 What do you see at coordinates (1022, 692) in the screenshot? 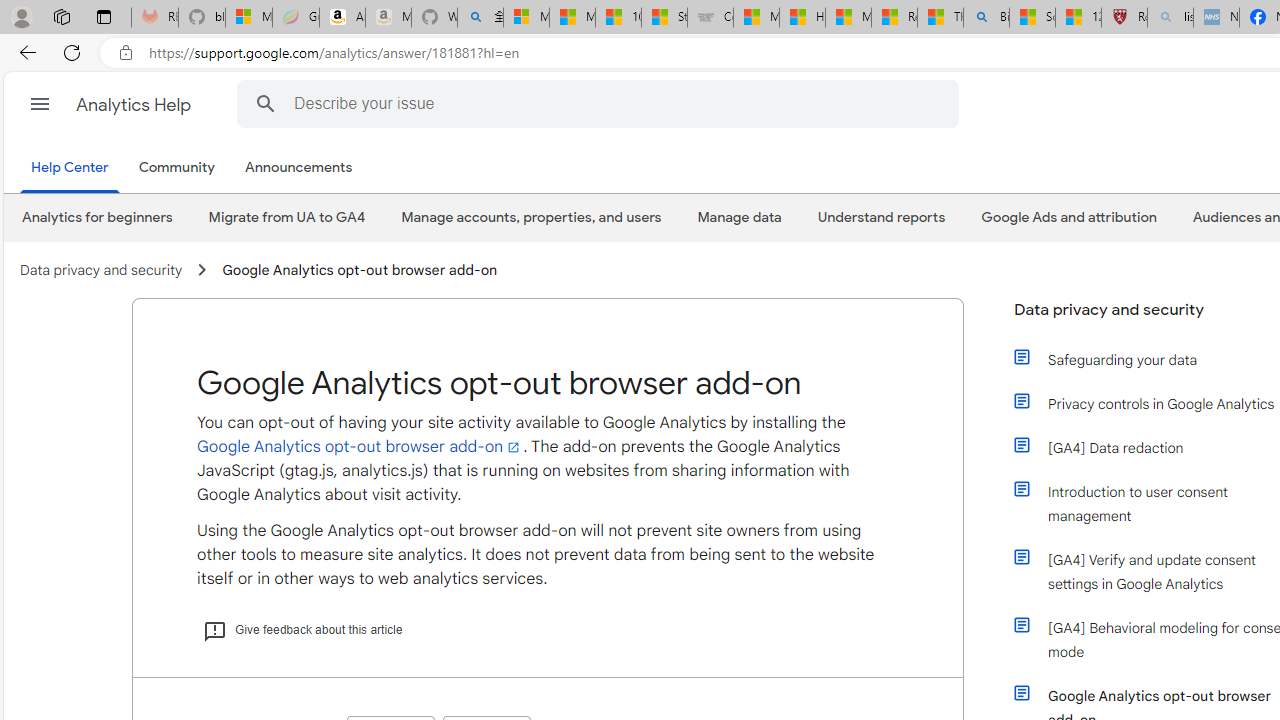
I see `'Class: article'` at bounding box center [1022, 692].